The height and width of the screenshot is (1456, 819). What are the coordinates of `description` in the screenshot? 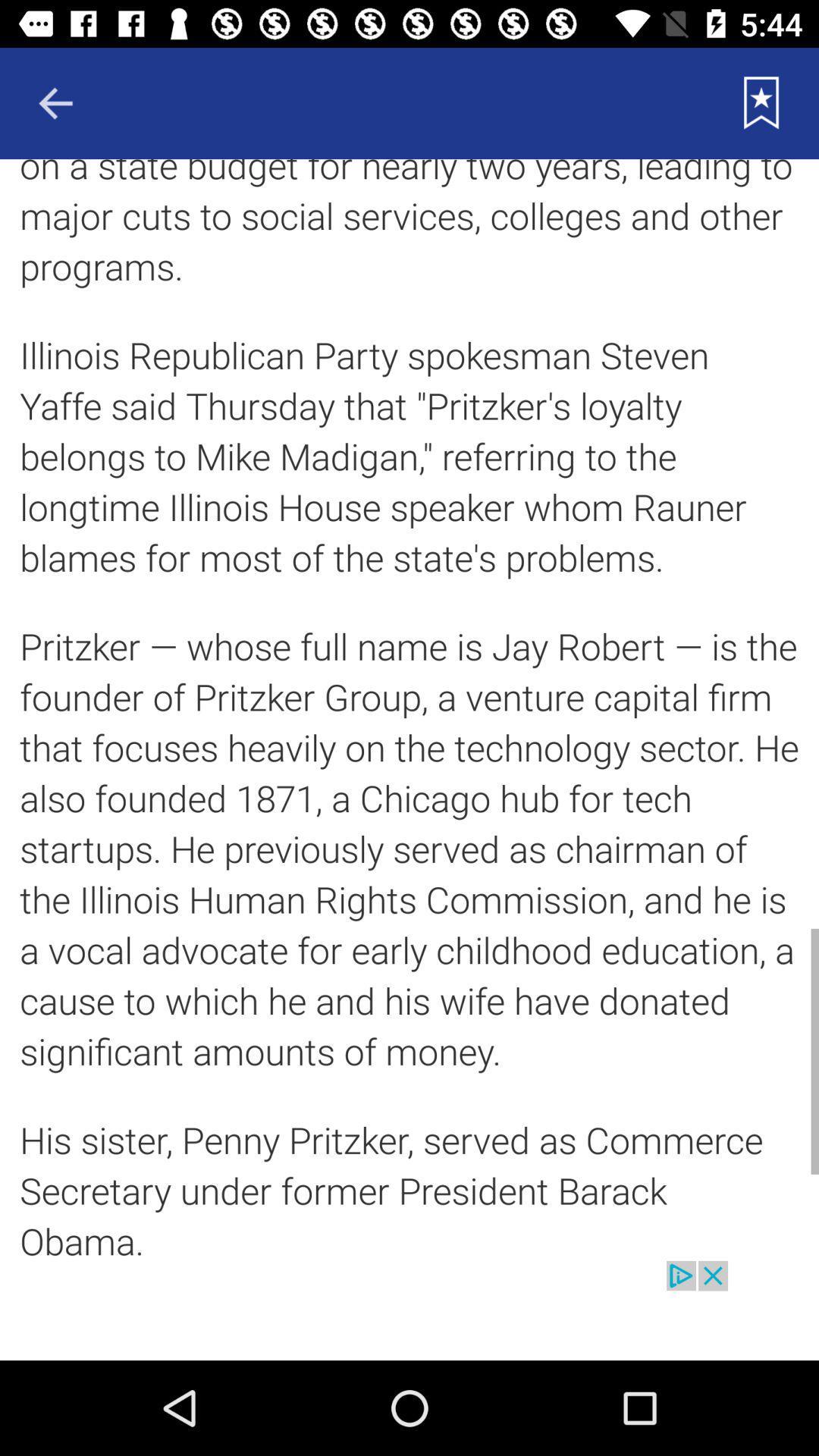 It's located at (409, 709).